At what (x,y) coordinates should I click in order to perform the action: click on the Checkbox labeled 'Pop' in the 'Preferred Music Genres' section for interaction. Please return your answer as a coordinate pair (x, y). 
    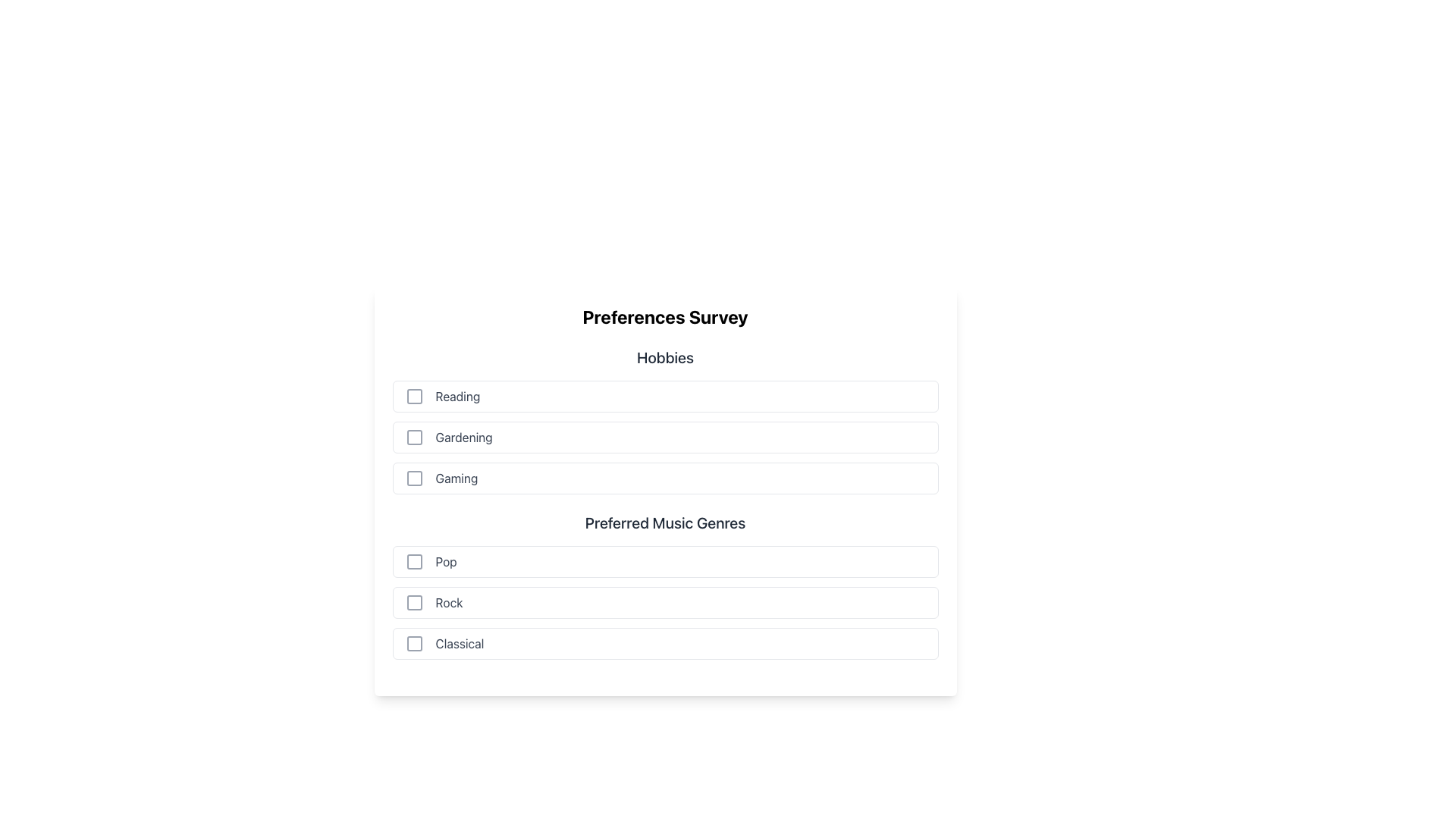
    Looking at the image, I should click on (665, 561).